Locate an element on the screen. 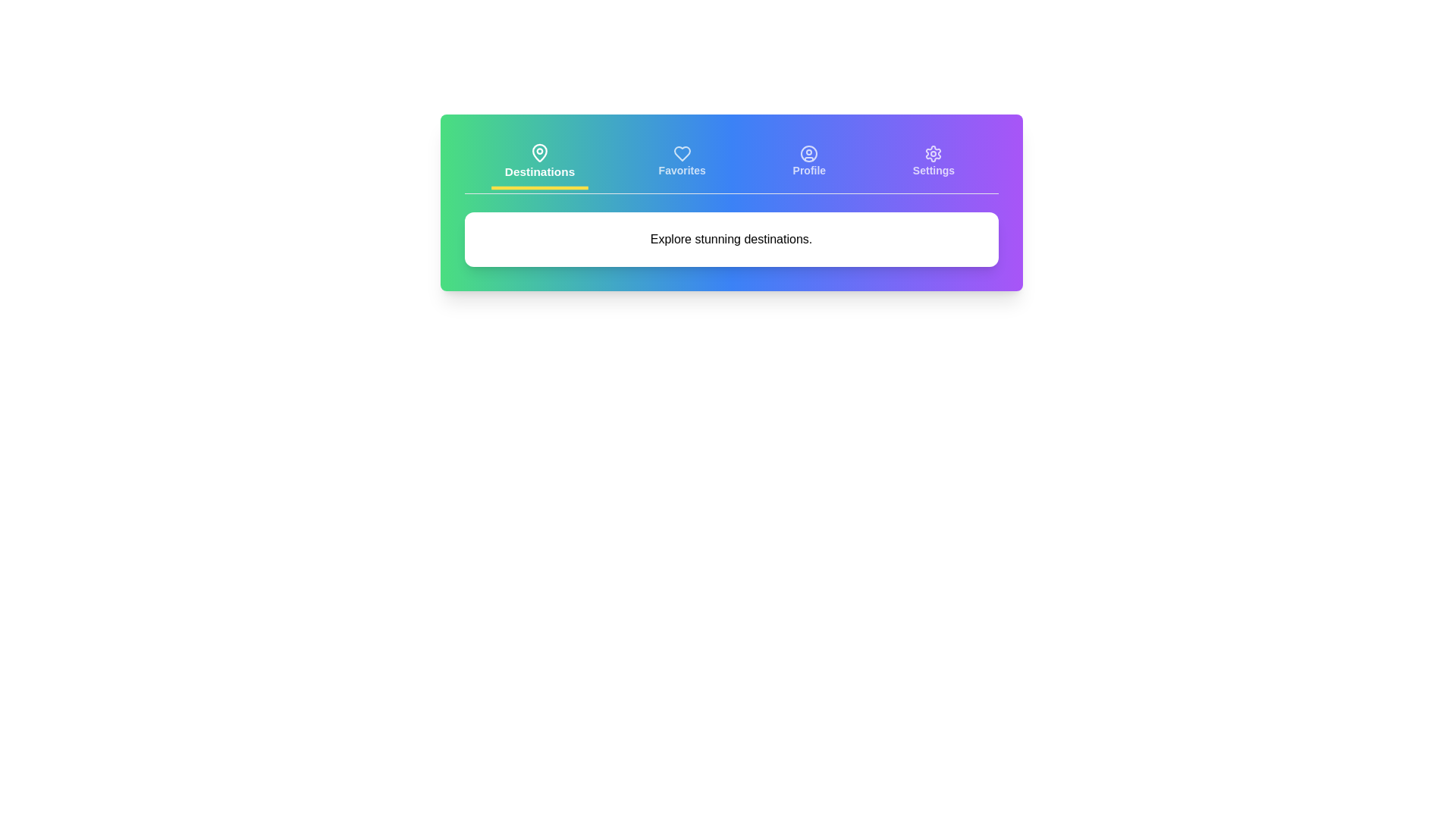 This screenshot has width=1456, height=819. the tab labeled Destinations to navigate to its content is located at coordinates (539, 163).